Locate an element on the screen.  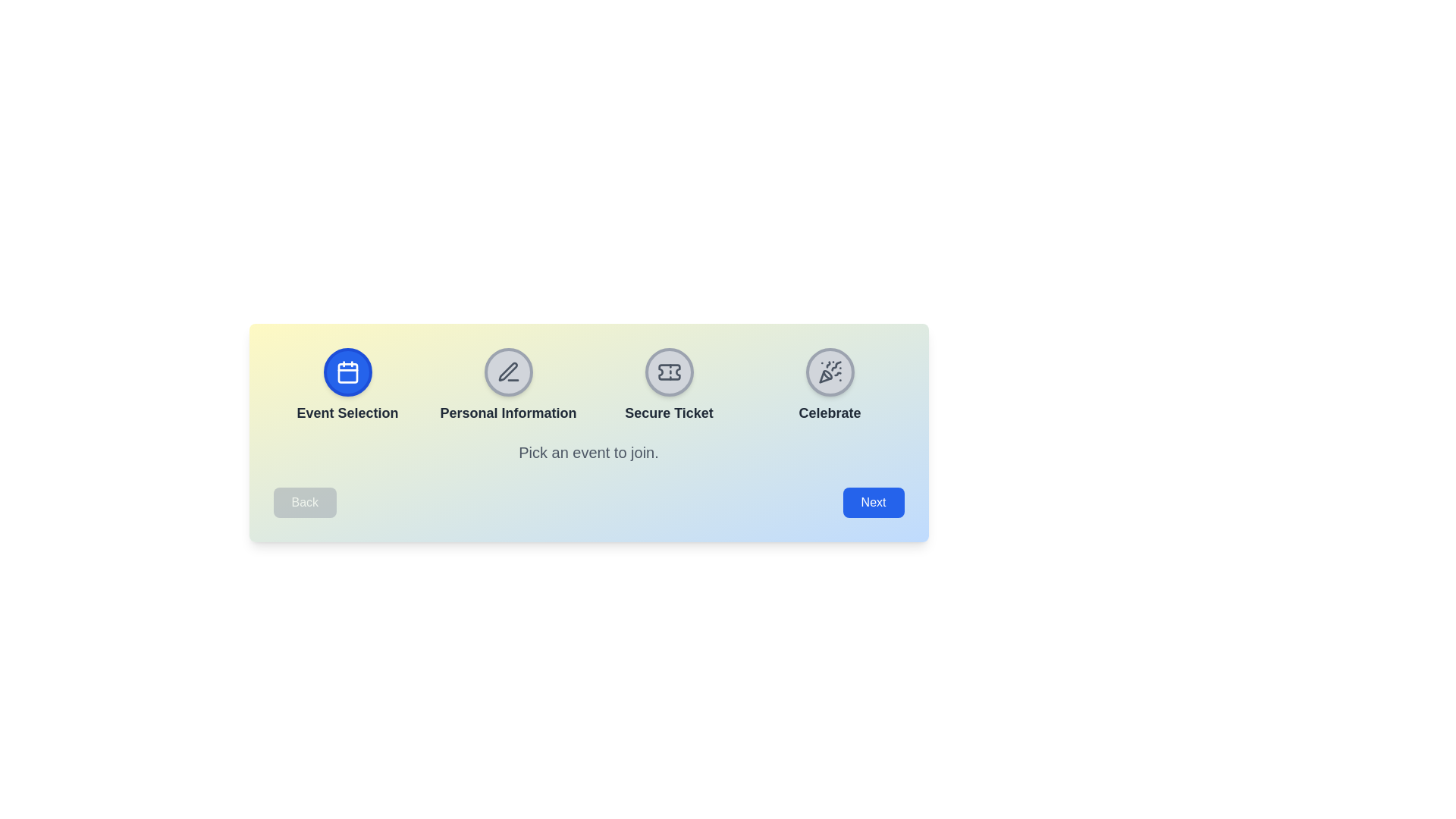
the step indicator for Event Selection to display its information is located at coordinates (347, 372).